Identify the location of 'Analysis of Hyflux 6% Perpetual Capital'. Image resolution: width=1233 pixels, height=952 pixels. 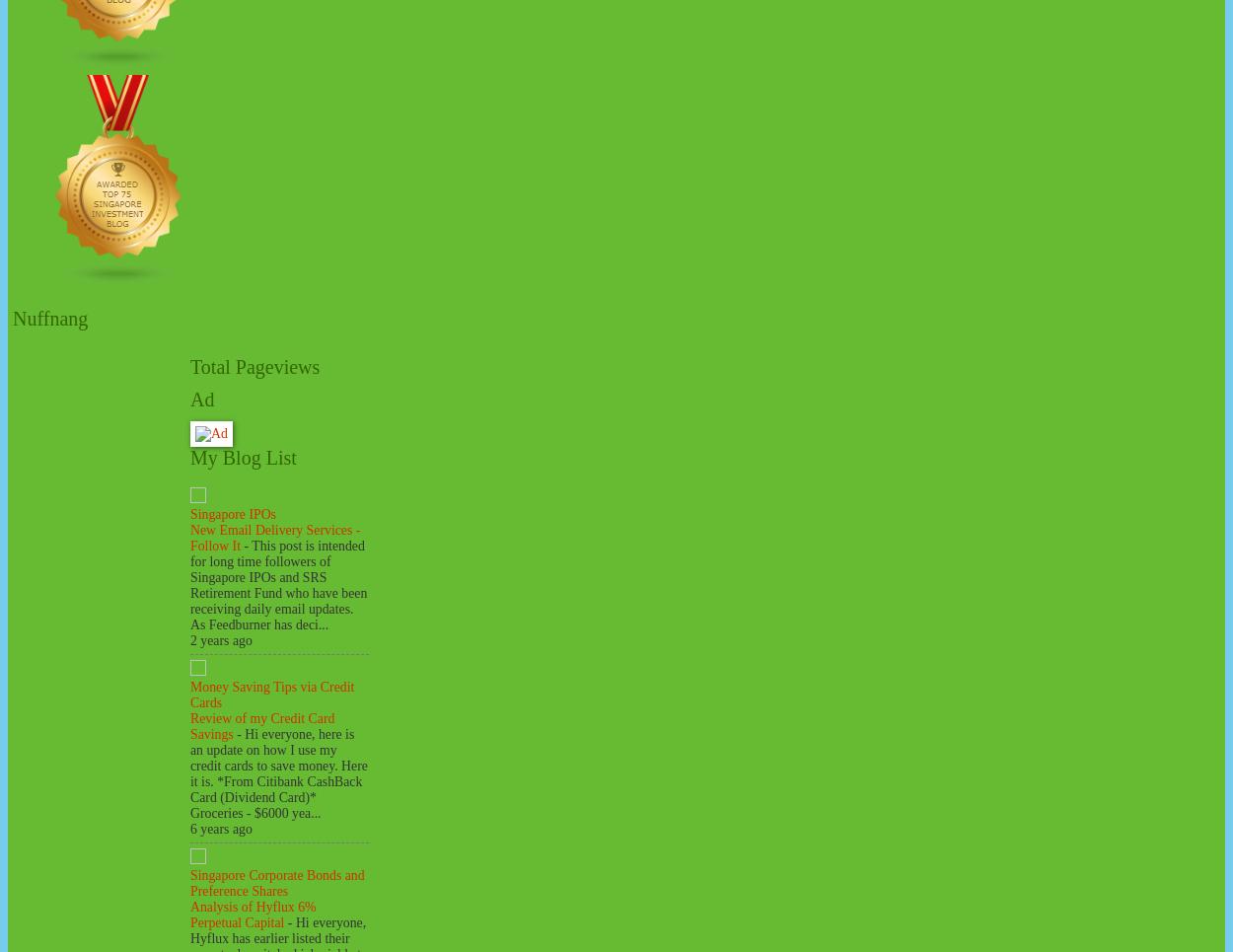
(253, 913).